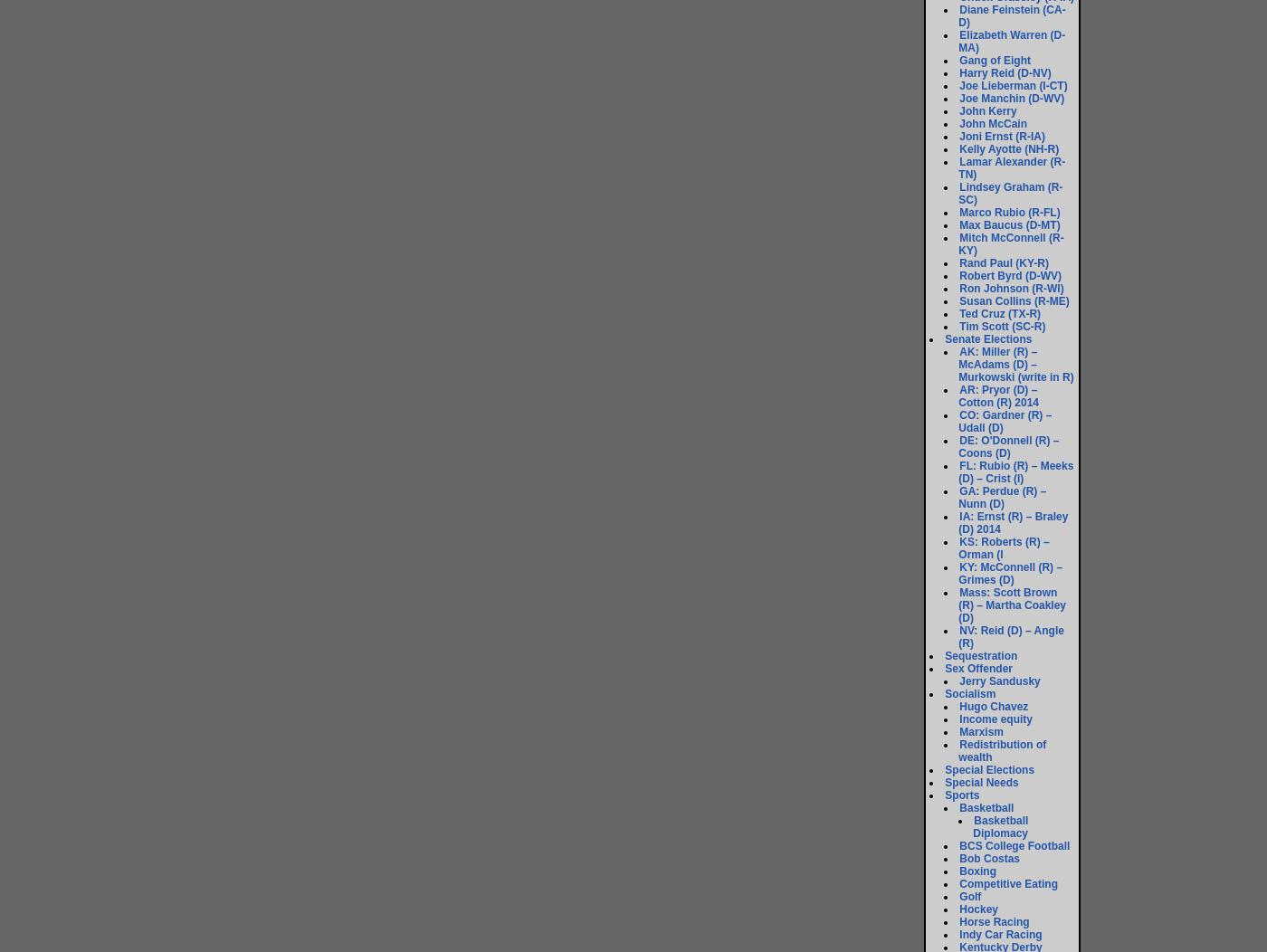 This screenshot has height=952, width=1267. Describe the element at coordinates (1002, 497) in the screenshot. I see `'GA: Perdue (R) – Nunn (D)'` at that location.